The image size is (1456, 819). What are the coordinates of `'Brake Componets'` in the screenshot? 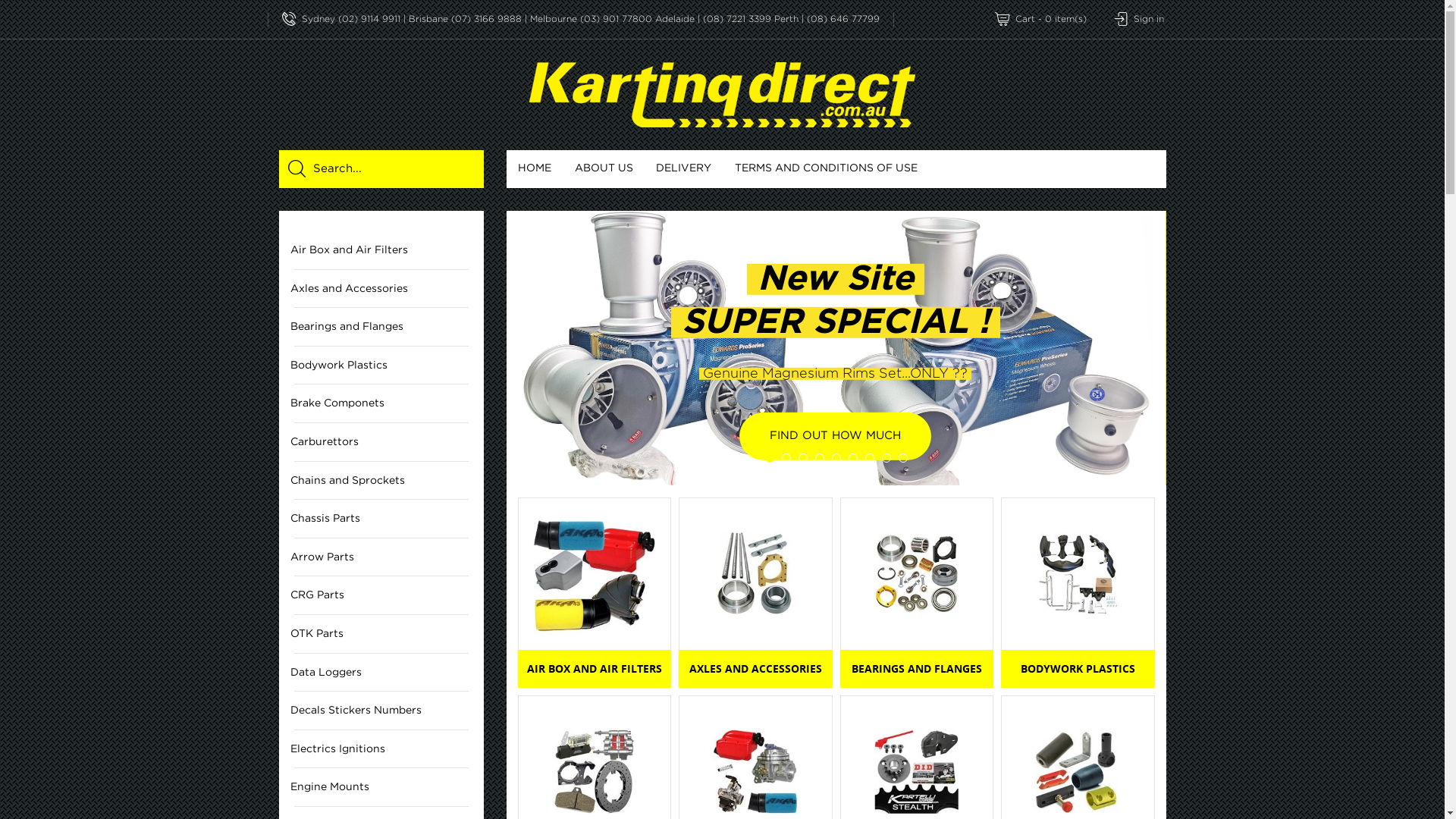 It's located at (381, 403).